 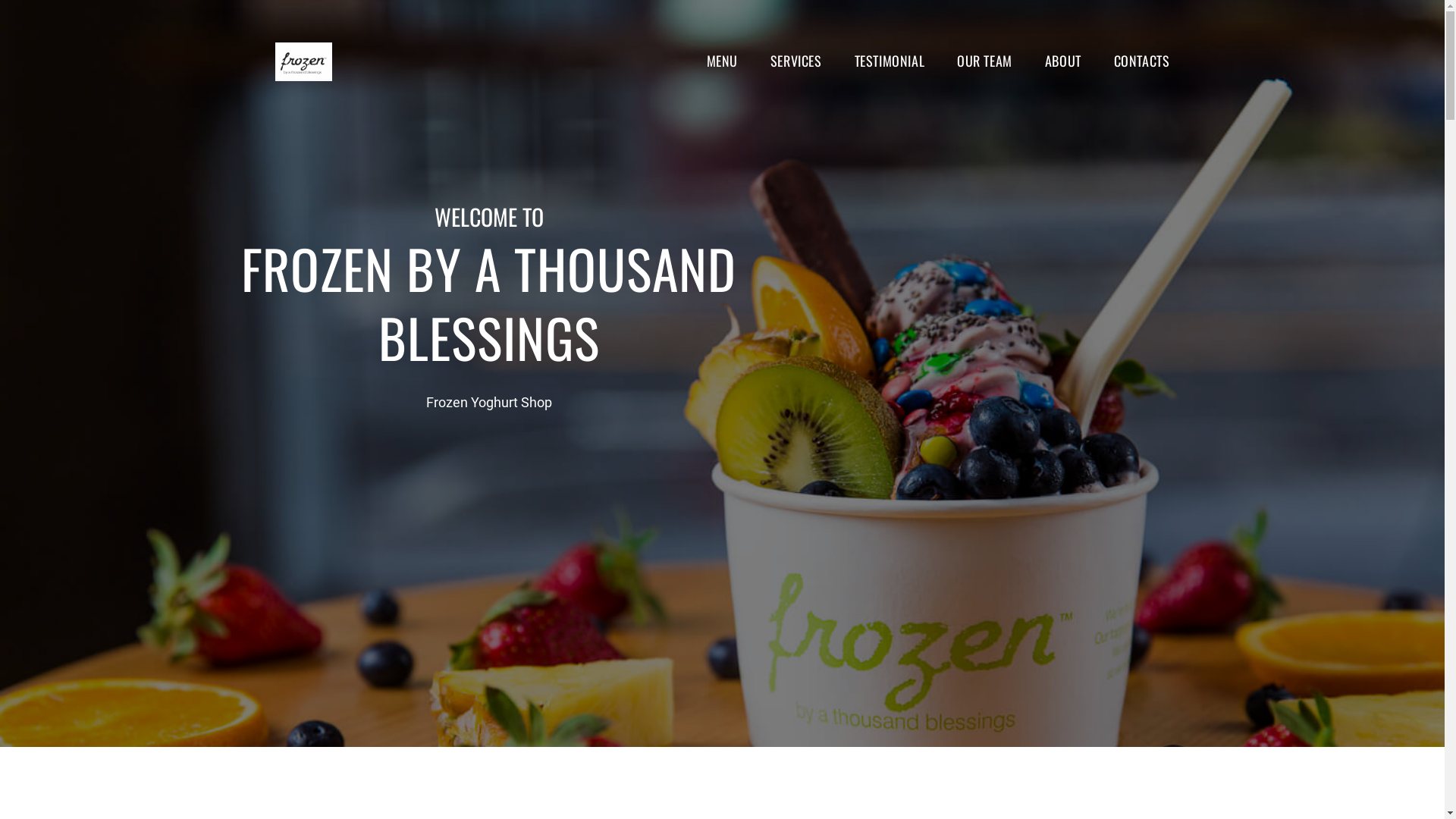 What do you see at coordinates (795, 60) in the screenshot?
I see `'SERVICES'` at bounding box center [795, 60].